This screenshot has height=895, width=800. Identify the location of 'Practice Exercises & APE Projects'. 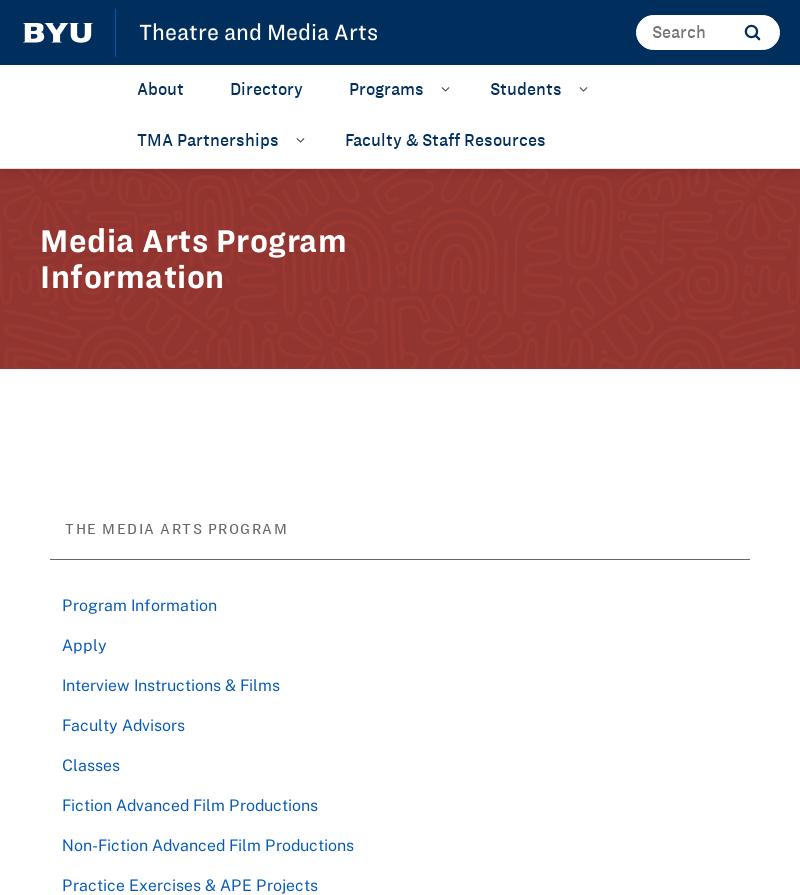
(189, 882).